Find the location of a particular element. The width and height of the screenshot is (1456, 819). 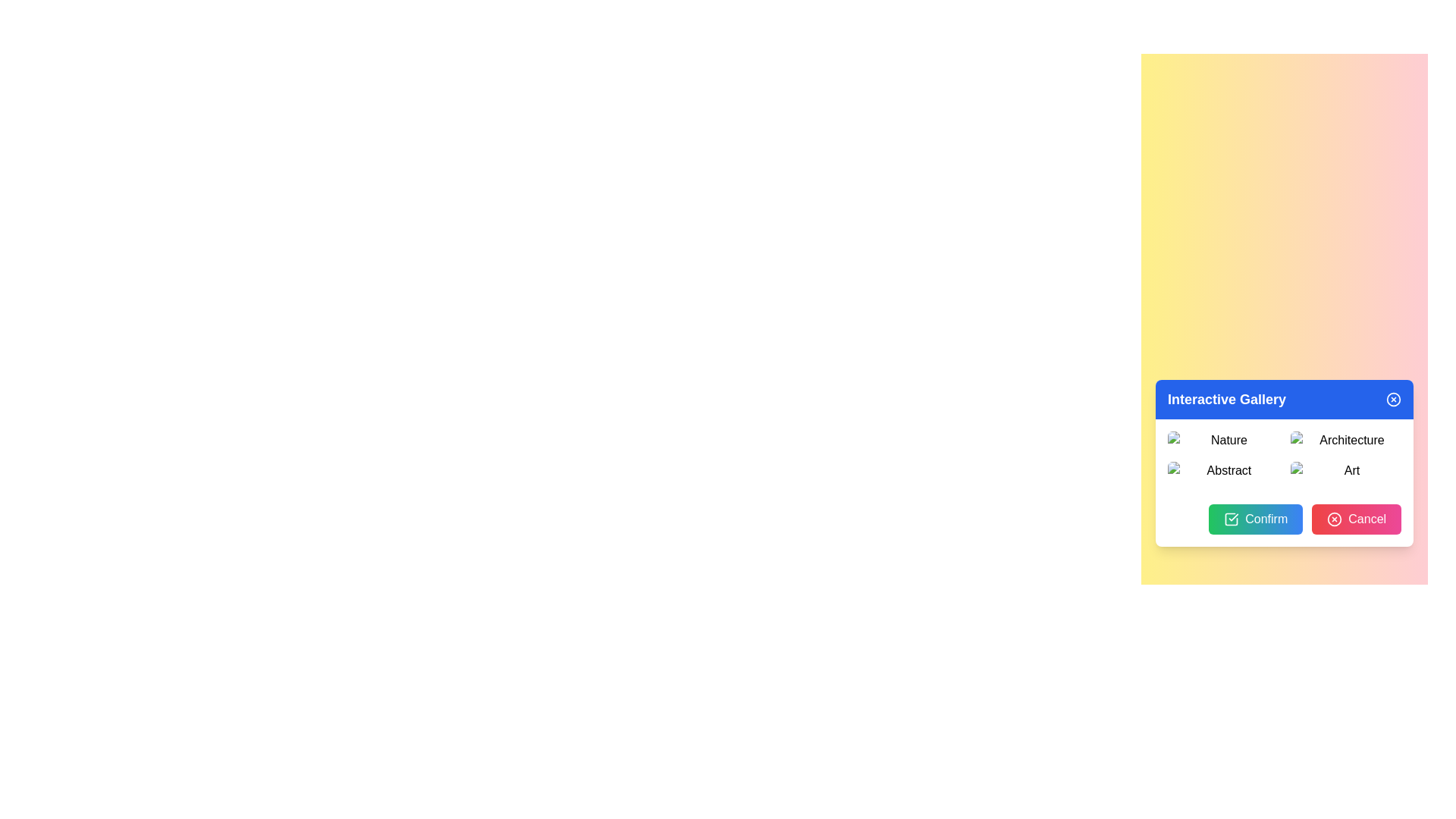

the 'Abstract' Selectable Grid Item in the 'Interactive Gallery' section is located at coordinates (1222, 470).